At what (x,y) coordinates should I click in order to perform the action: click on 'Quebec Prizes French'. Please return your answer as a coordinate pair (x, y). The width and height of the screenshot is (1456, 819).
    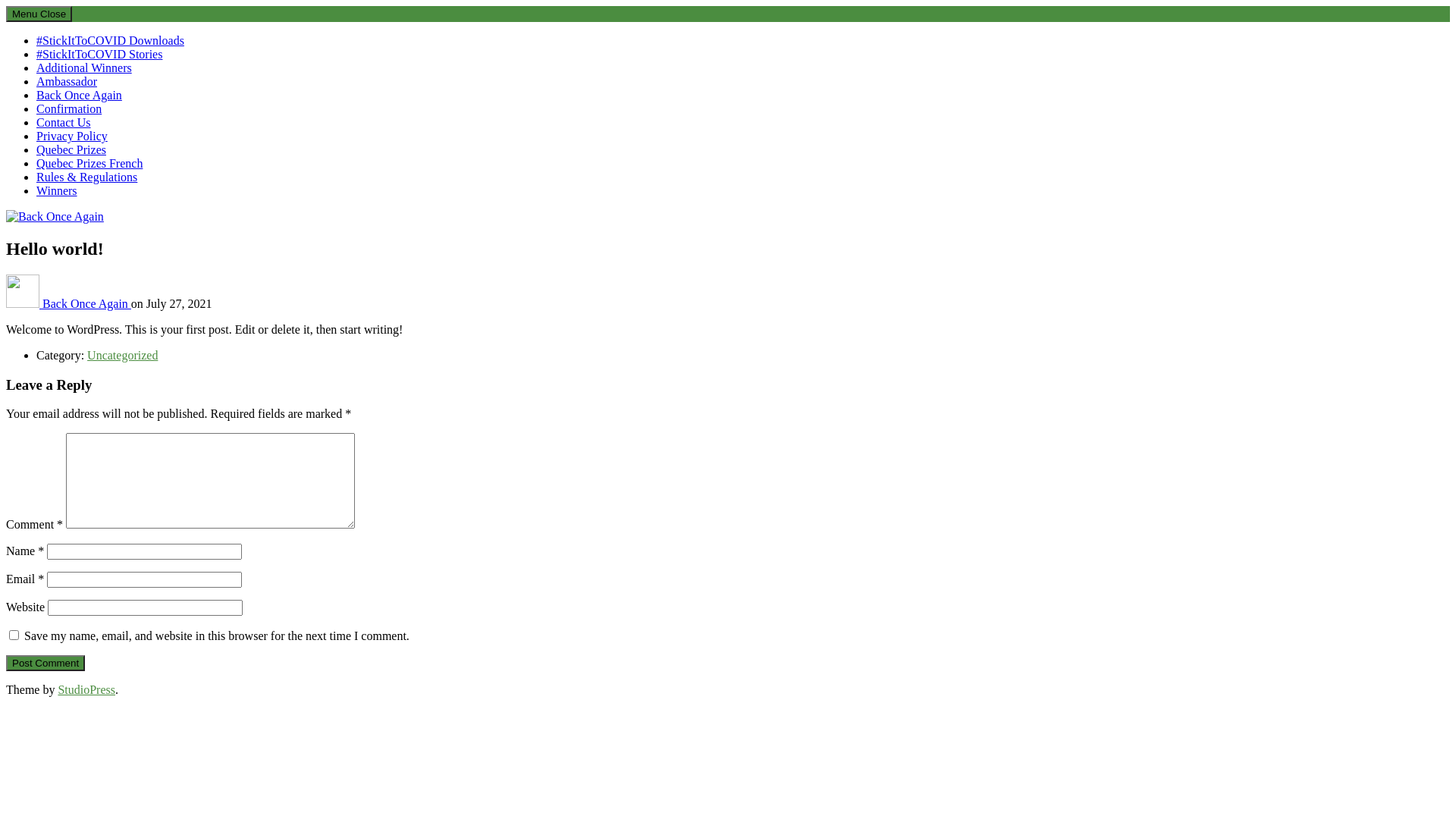
    Looking at the image, I should click on (89, 163).